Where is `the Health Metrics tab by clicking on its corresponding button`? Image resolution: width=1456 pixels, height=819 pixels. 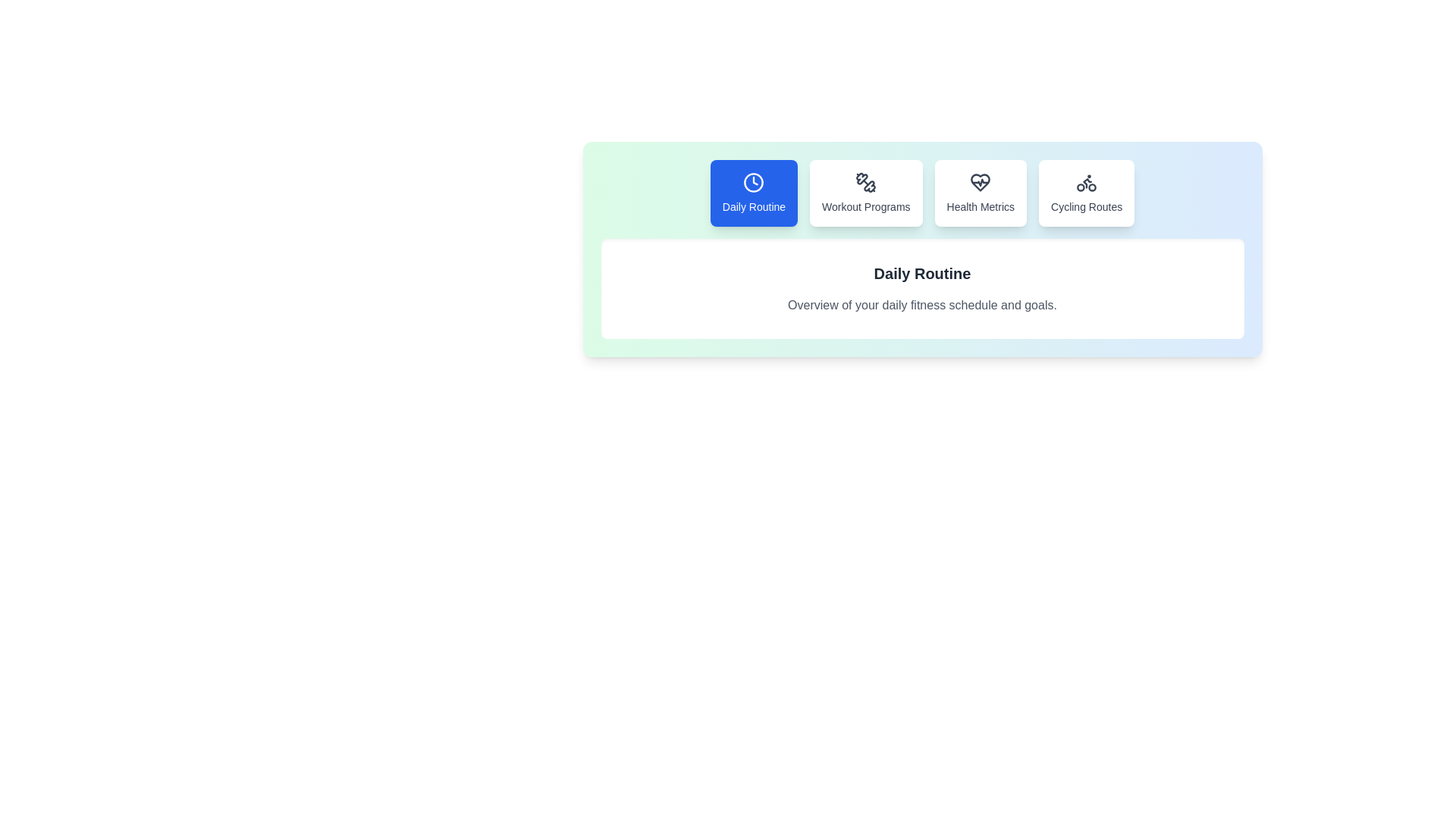 the Health Metrics tab by clicking on its corresponding button is located at coordinates (981, 192).